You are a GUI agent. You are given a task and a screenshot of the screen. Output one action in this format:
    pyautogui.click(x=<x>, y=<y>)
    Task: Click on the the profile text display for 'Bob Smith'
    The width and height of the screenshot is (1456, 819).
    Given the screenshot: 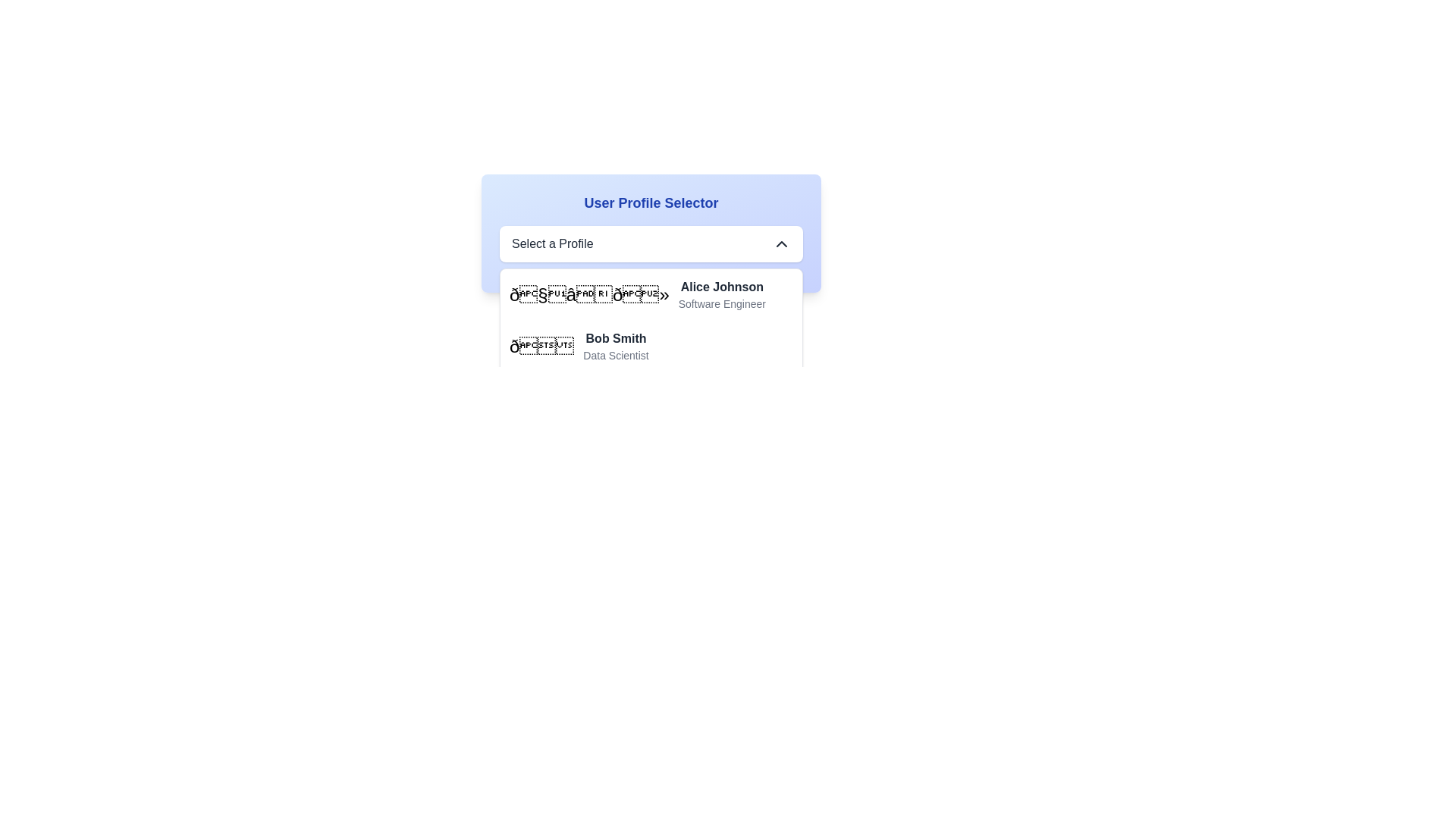 What is the action you would take?
    pyautogui.click(x=616, y=346)
    